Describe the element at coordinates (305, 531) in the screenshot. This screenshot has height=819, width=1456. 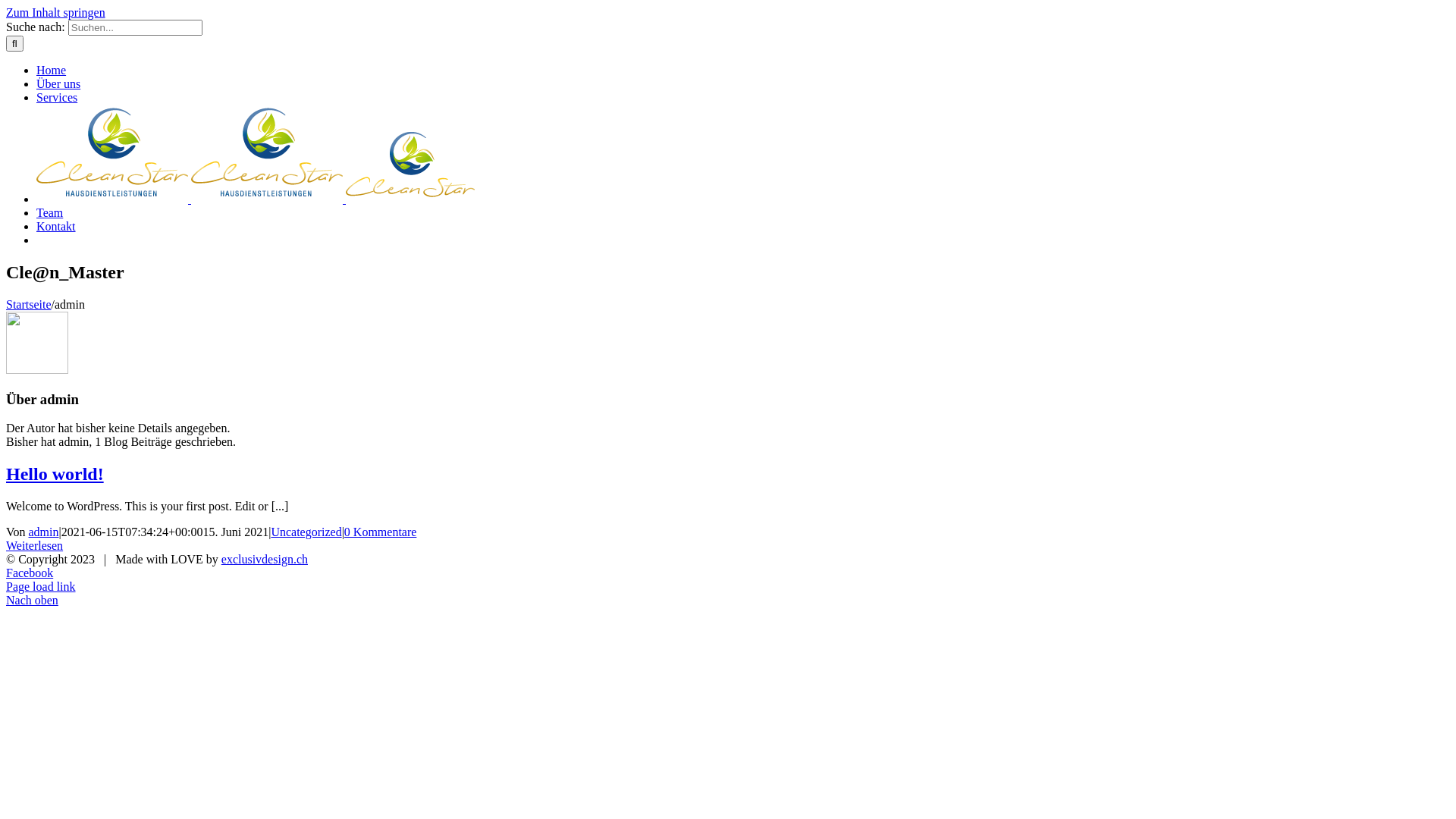
I see `'Uncategorized'` at that location.